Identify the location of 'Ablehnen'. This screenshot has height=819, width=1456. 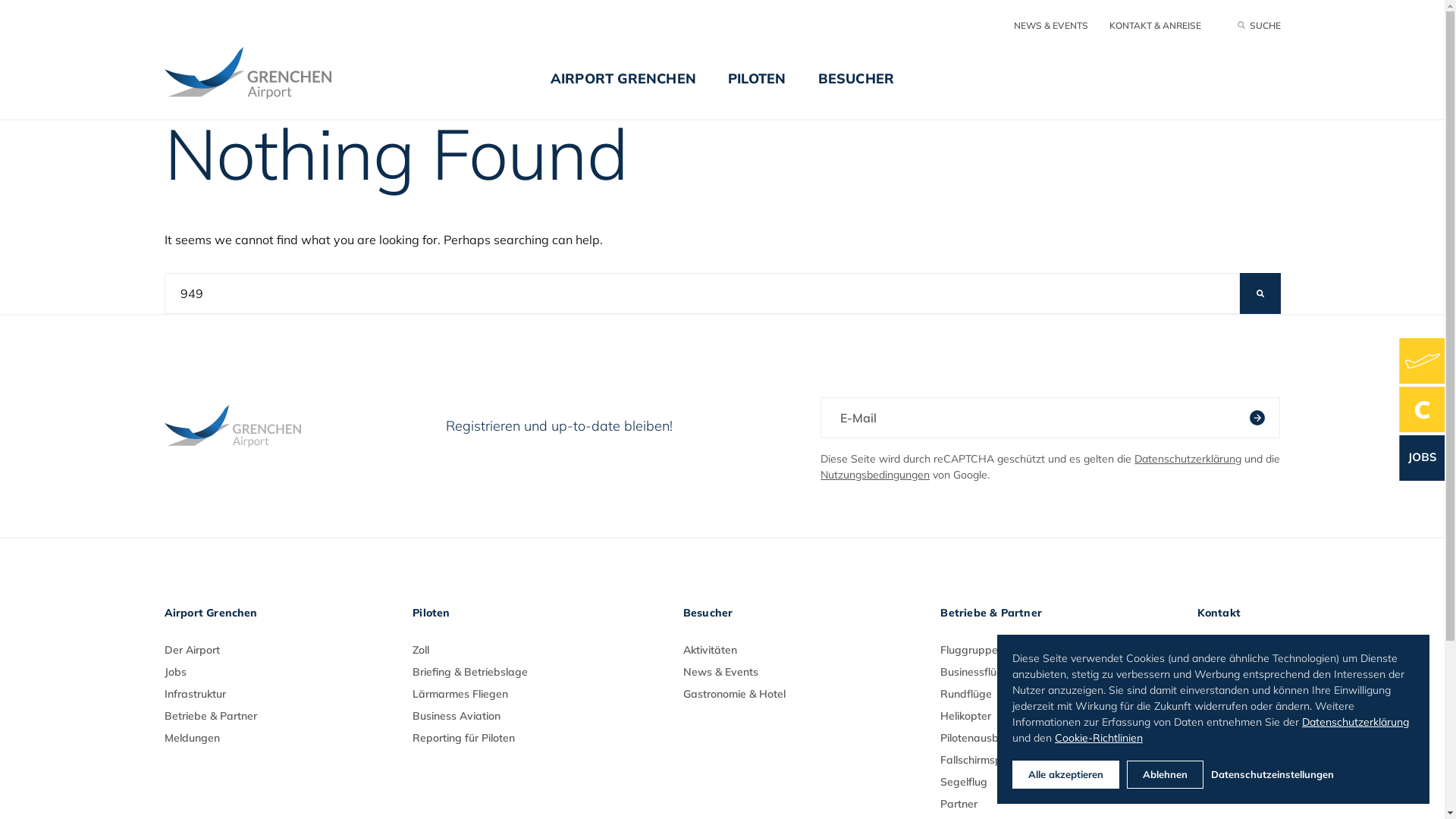
(1164, 774).